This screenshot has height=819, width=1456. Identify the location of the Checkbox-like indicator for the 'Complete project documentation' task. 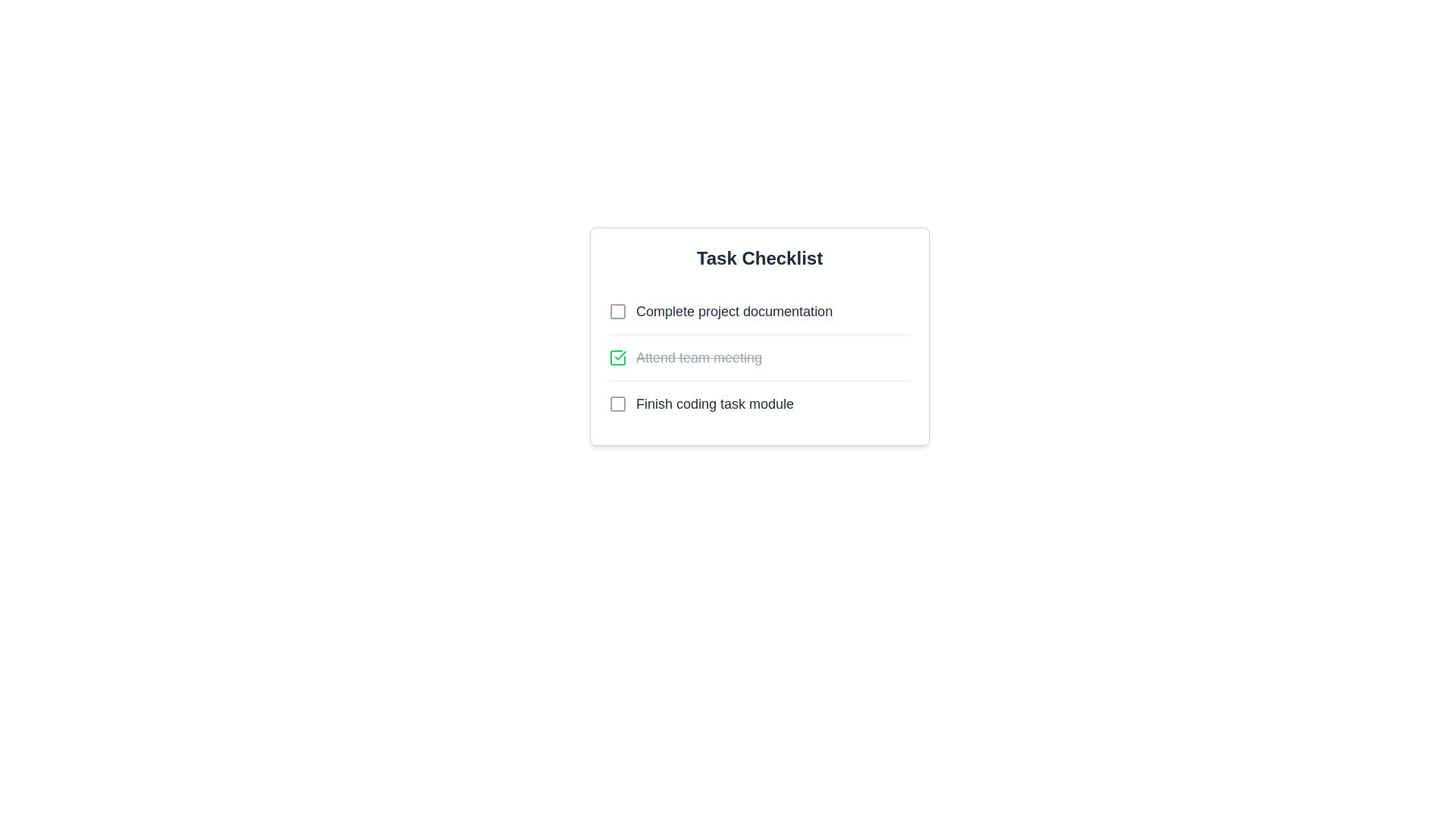
(618, 311).